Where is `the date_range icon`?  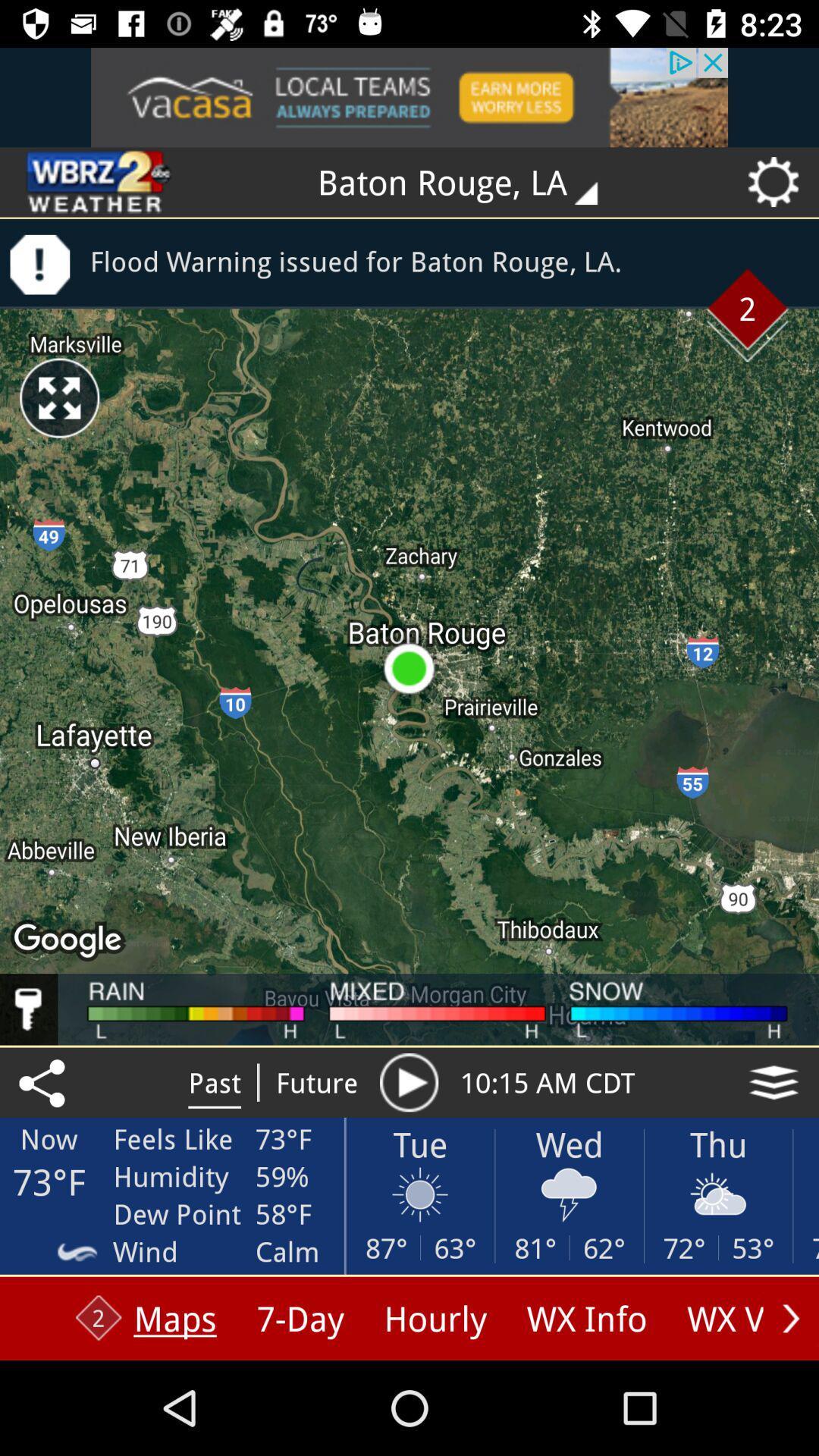 the date_range icon is located at coordinates (99, 182).